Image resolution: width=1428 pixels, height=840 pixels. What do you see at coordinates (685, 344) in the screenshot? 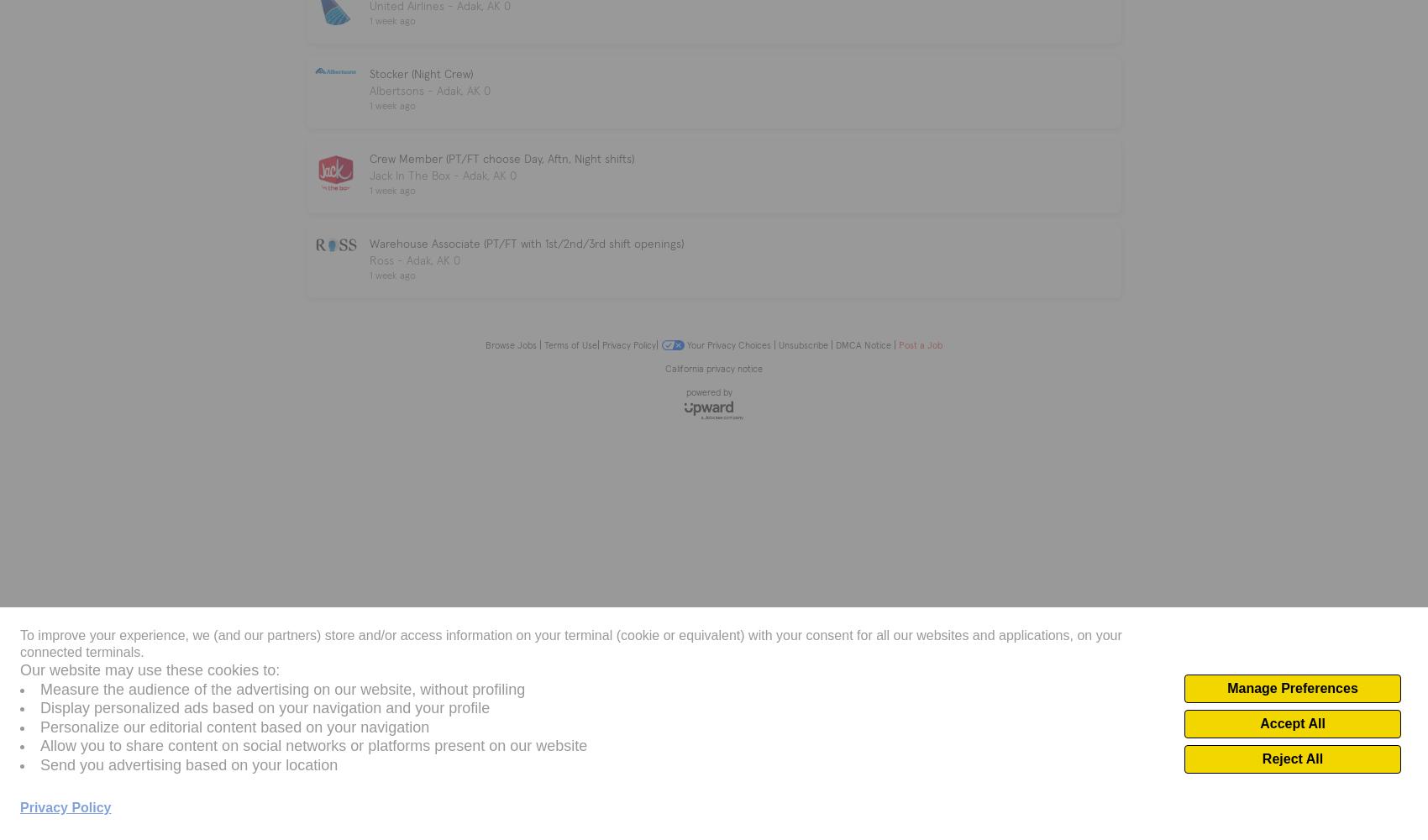
I see `'Your Privacy Choices'` at bounding box center [685, 344].